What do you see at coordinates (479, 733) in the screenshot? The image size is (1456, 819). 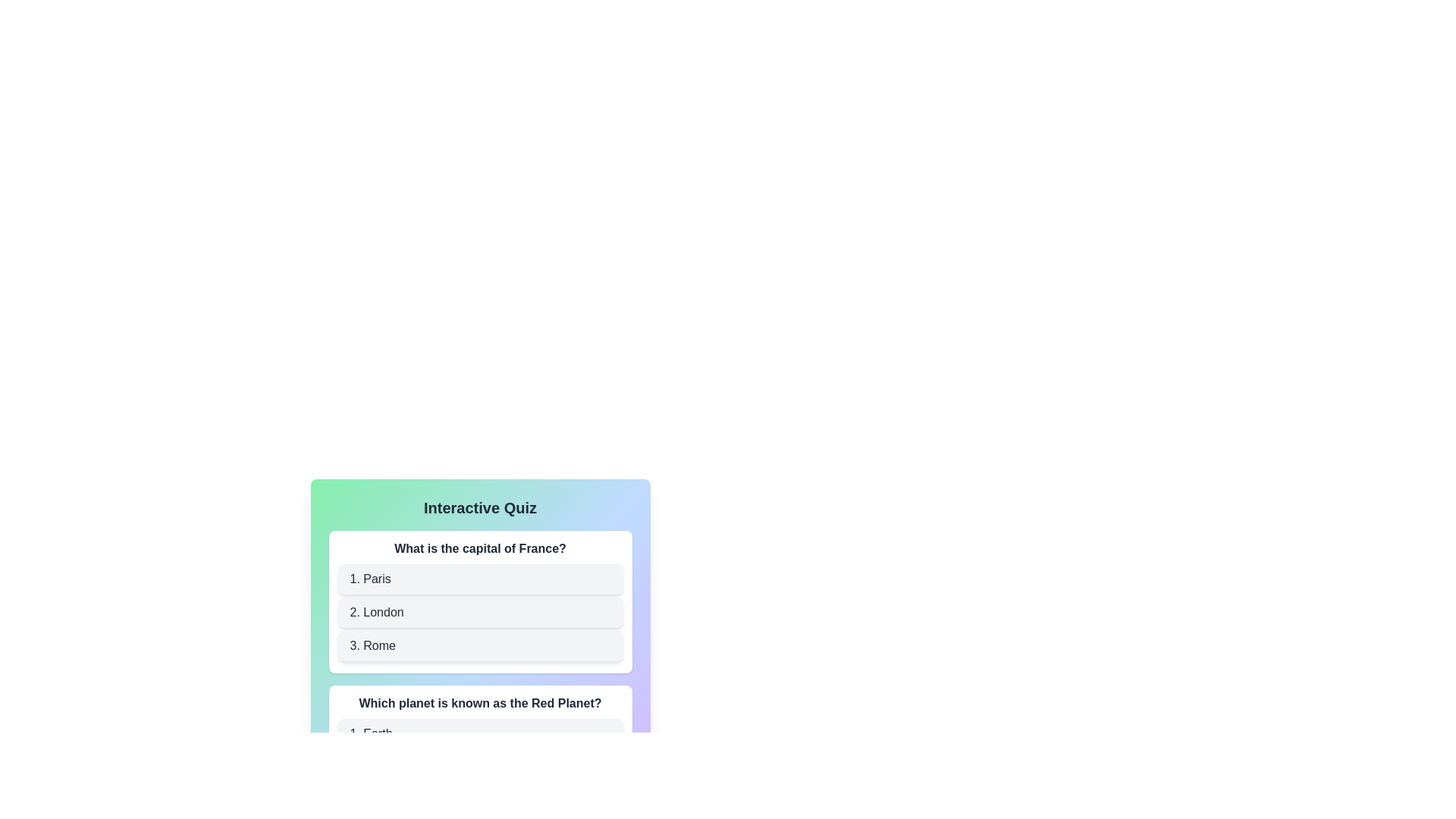 I see `the first option button for the quiz question 'Which planet is known as the Red Planet?'` at bounding box center [479, 733].